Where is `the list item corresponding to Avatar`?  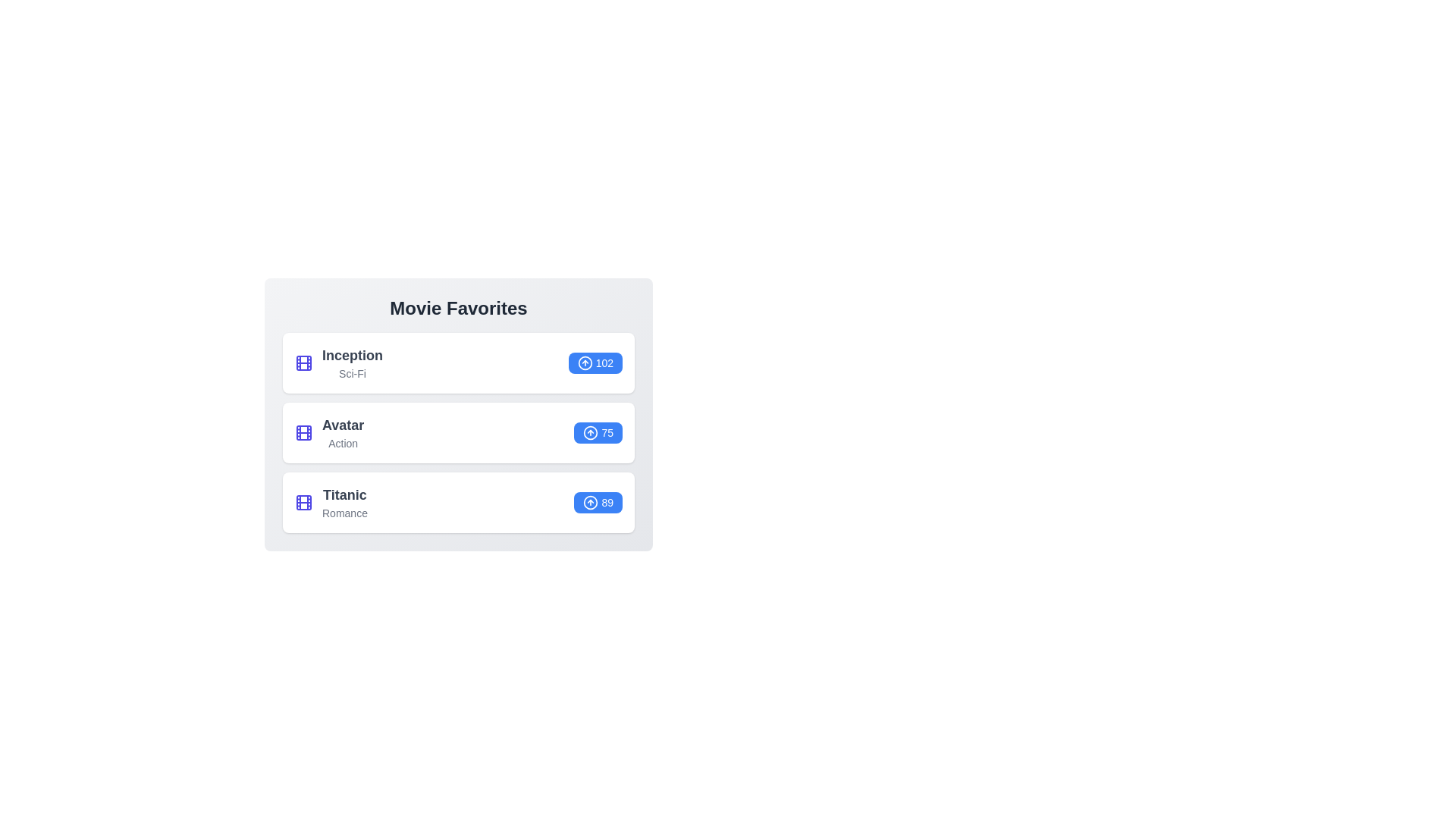
the list item corresponding to Avatar is located at coordinates (457, 432).